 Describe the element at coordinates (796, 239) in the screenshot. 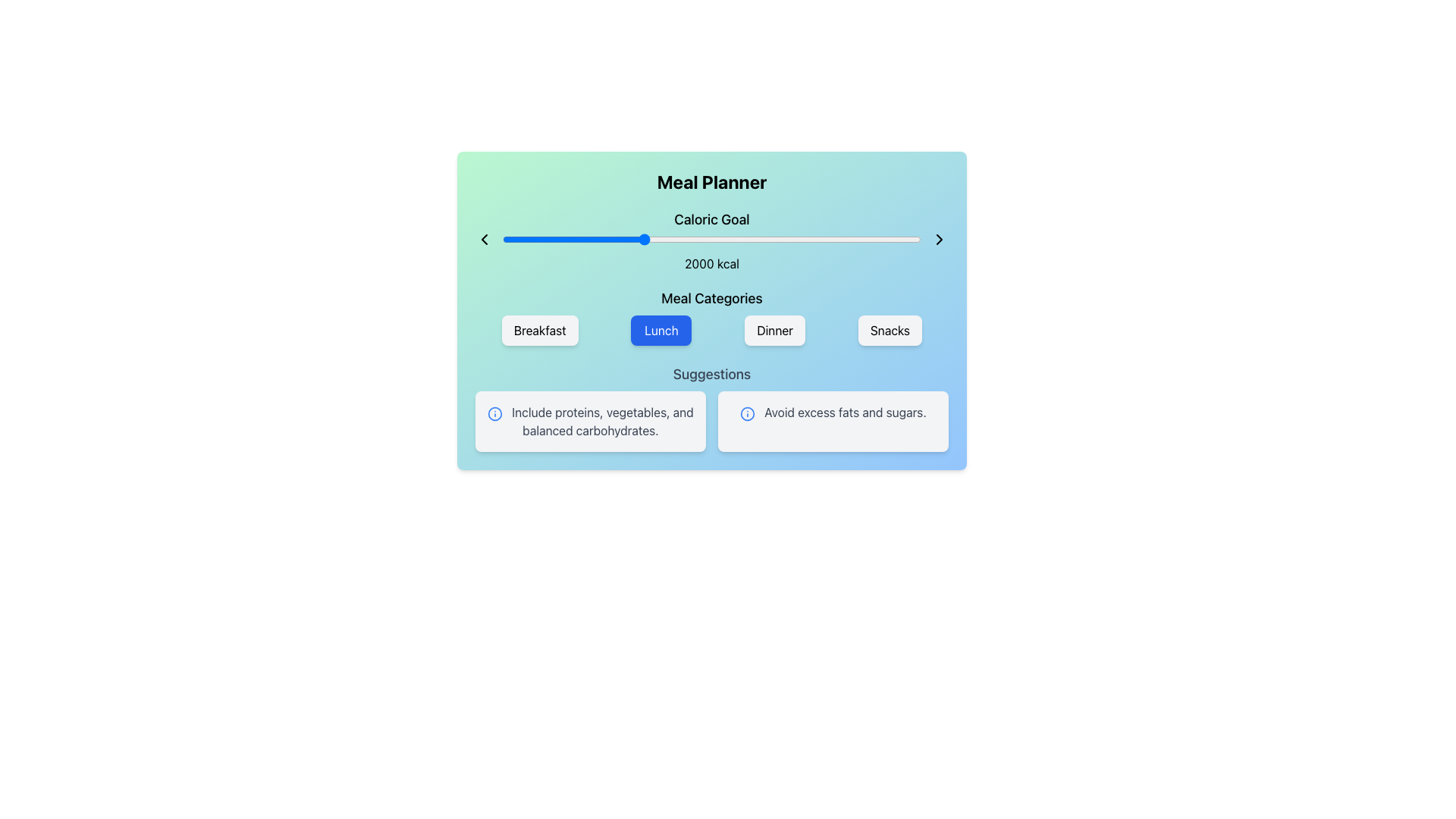

I see `caloric goal` at that location.